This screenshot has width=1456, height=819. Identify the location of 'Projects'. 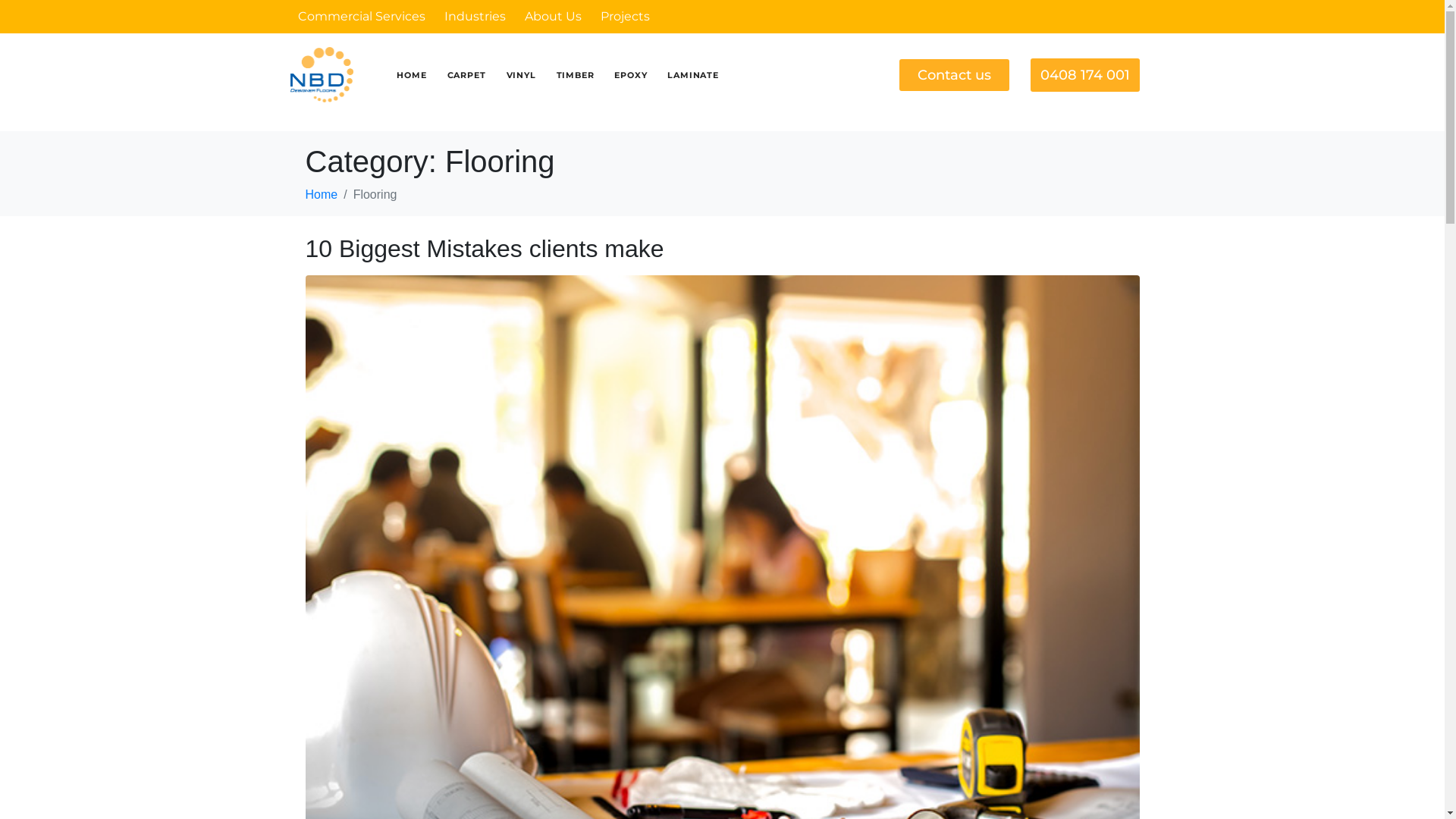
(625, 16).